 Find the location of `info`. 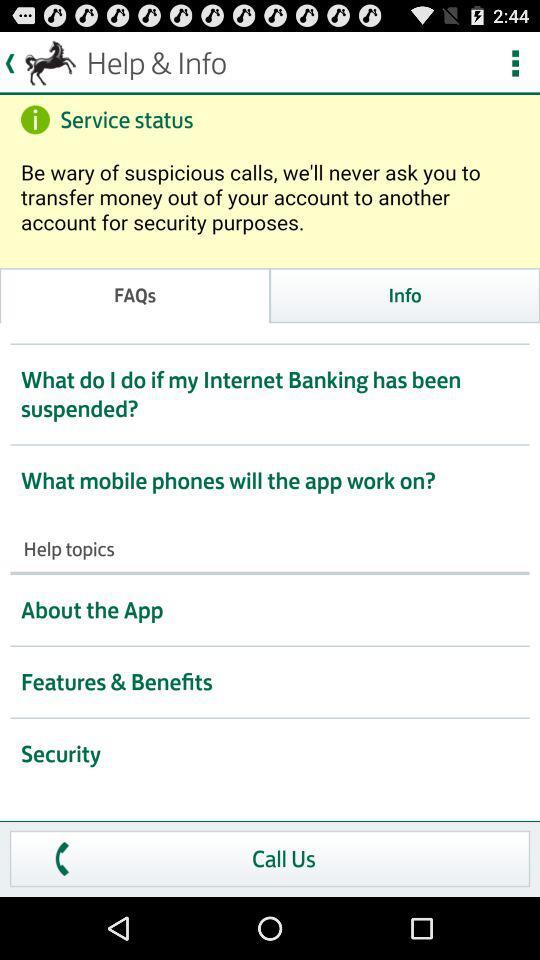

info is located at coordinates (405, 294).